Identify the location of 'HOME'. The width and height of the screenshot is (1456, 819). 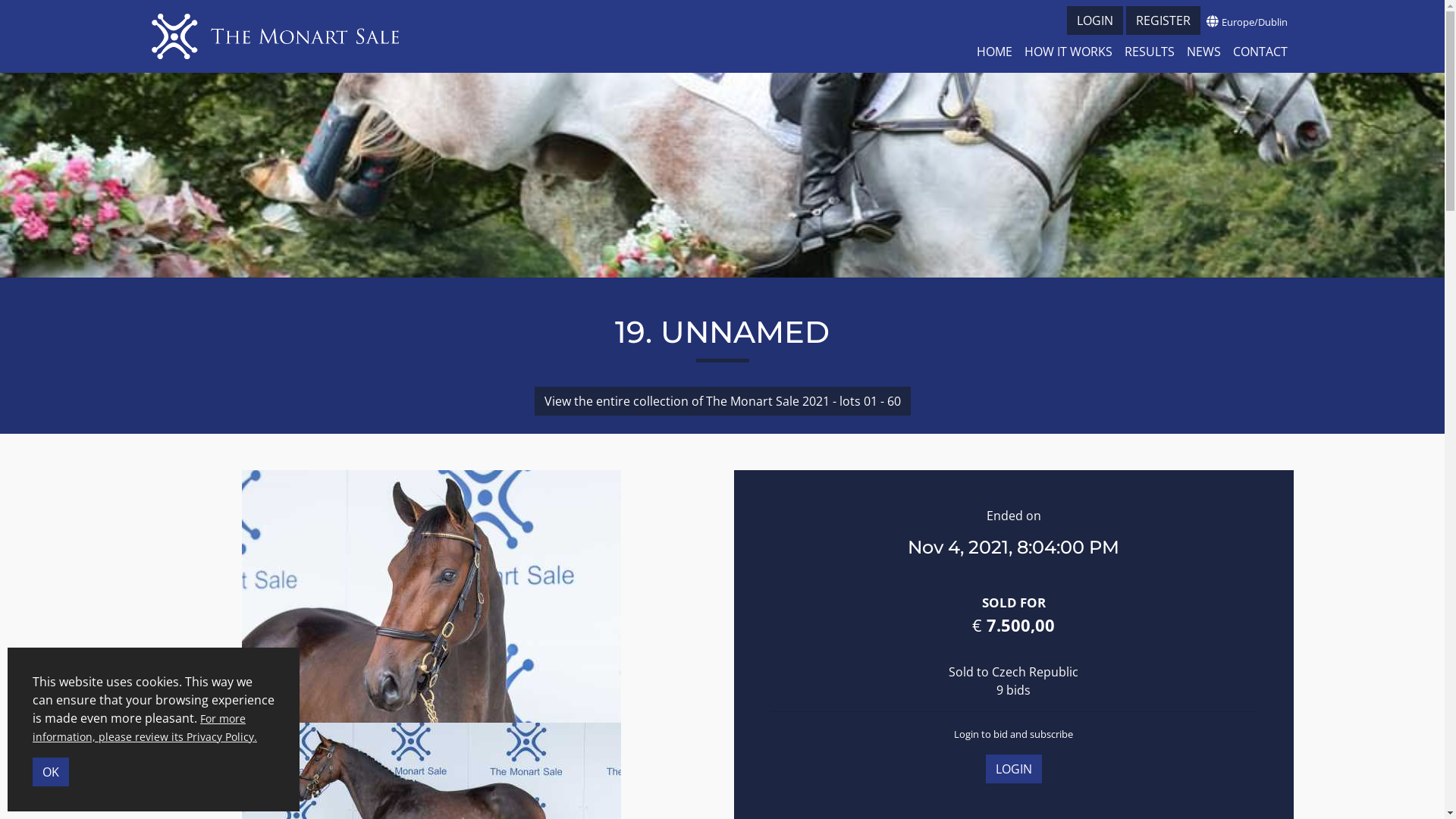
(994, 51).